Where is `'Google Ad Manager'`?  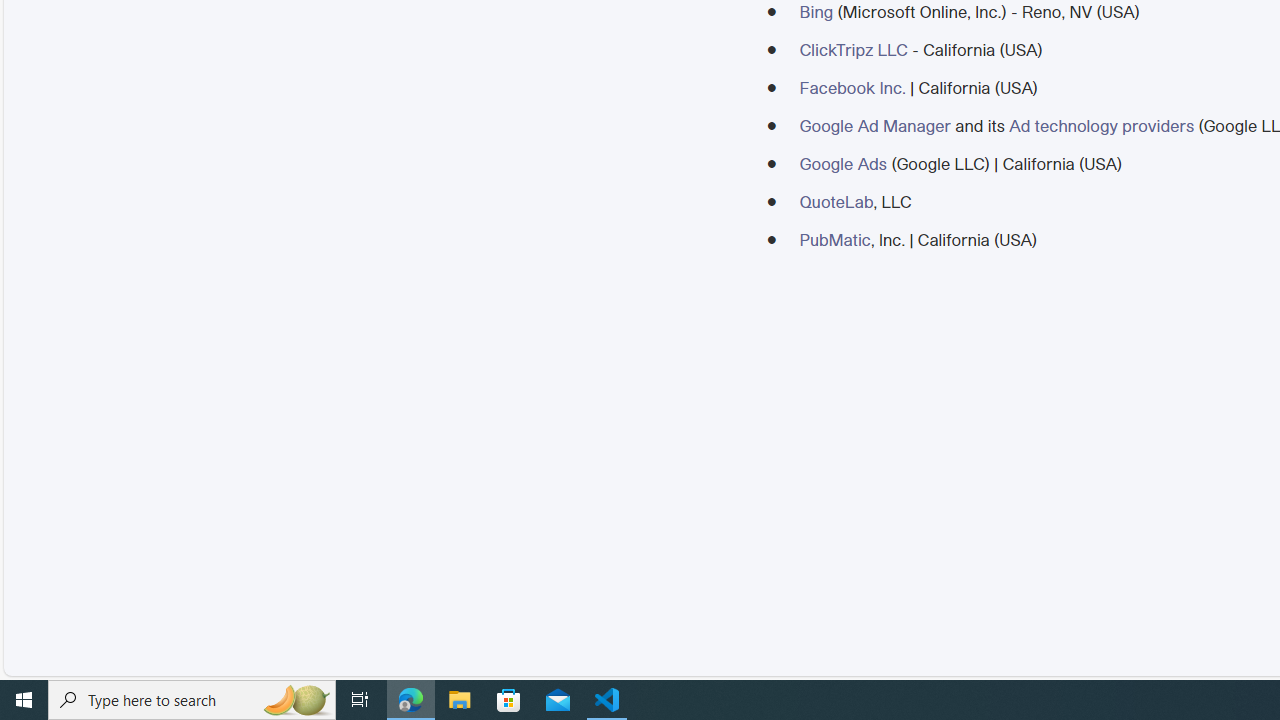 'Google Ad Manager' is located at coordinates (874, 125).